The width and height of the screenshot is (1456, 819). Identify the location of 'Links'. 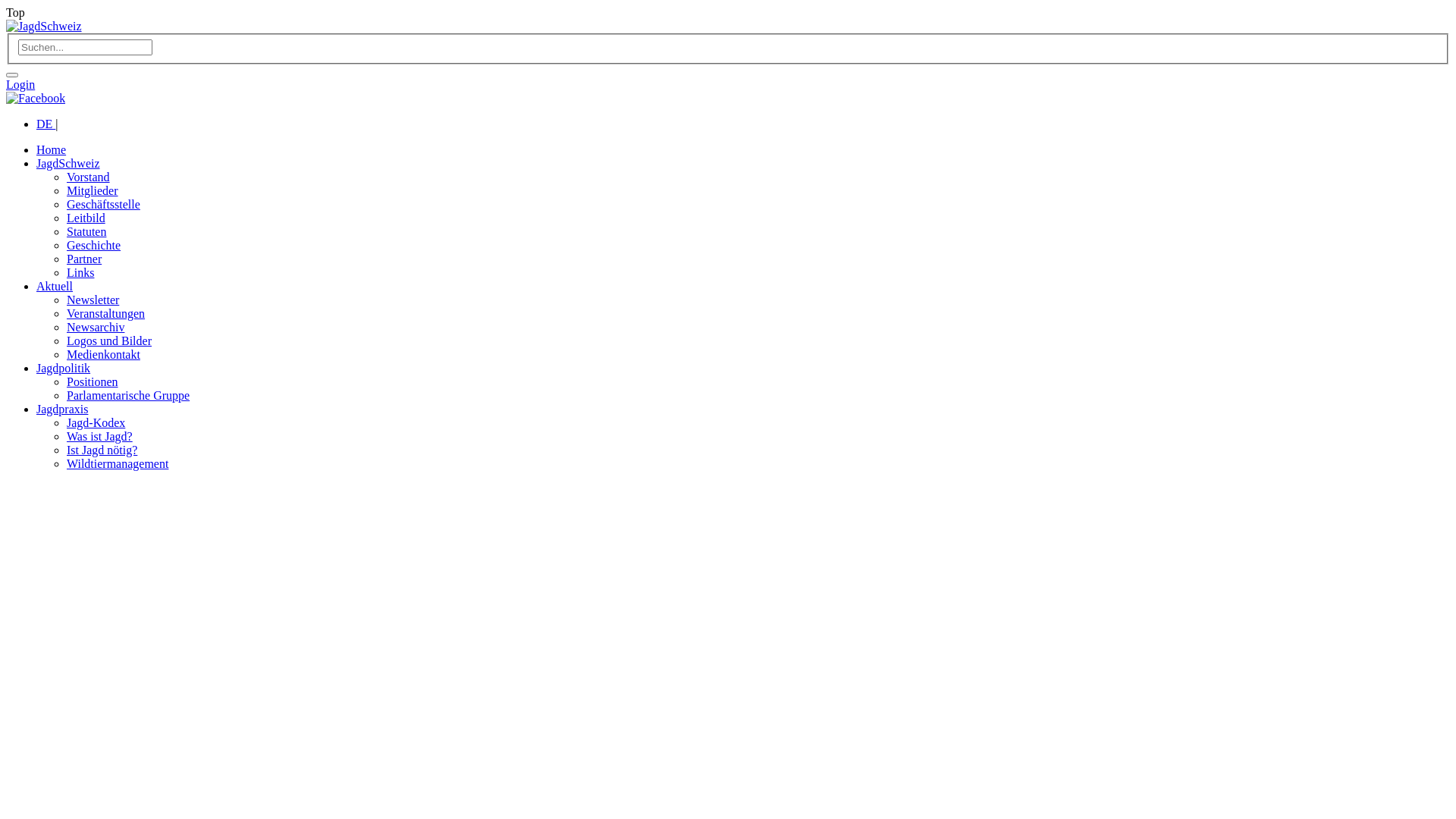
(79, 271).